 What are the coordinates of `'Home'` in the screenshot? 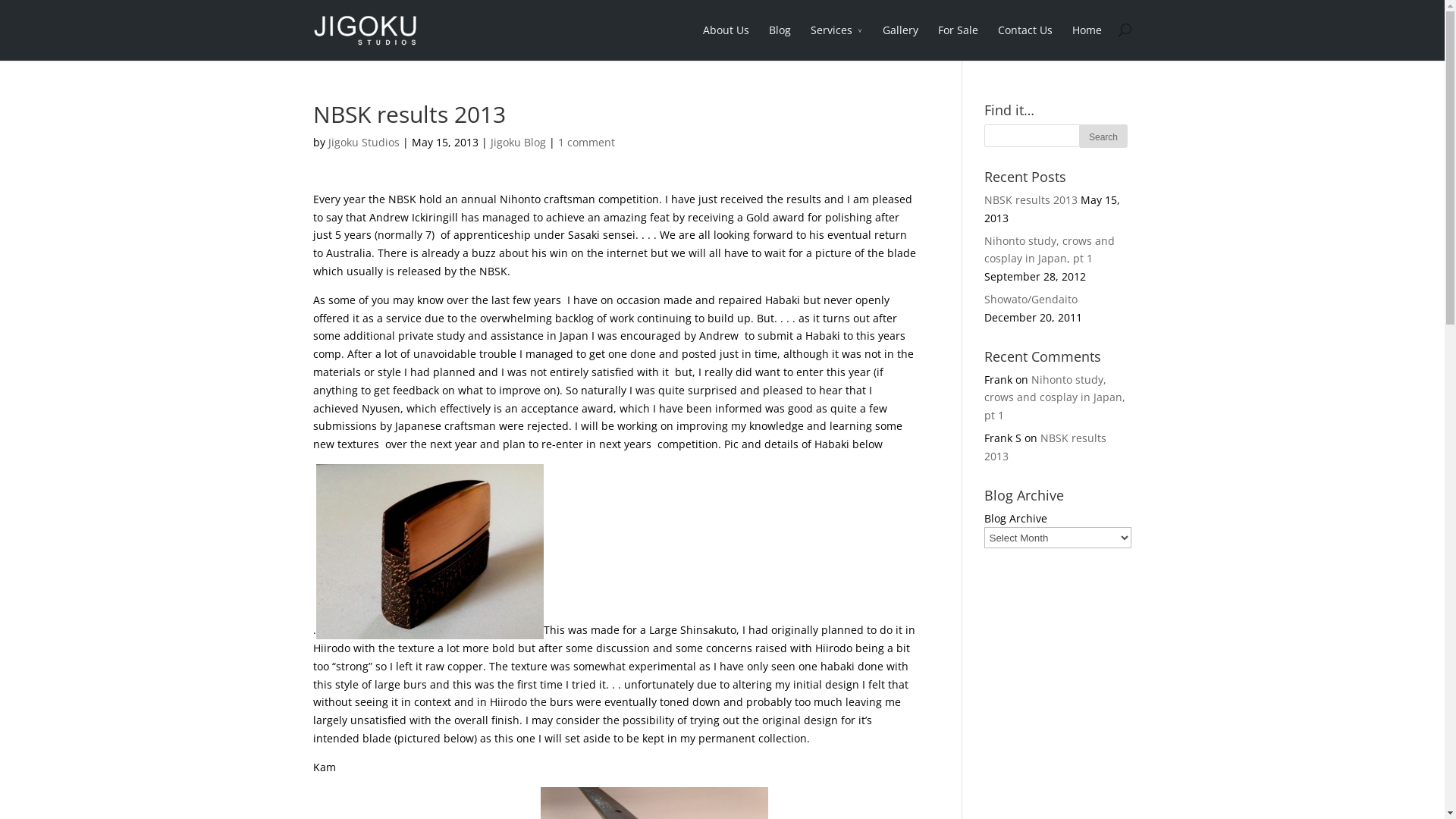 It's located at (1072, 40).